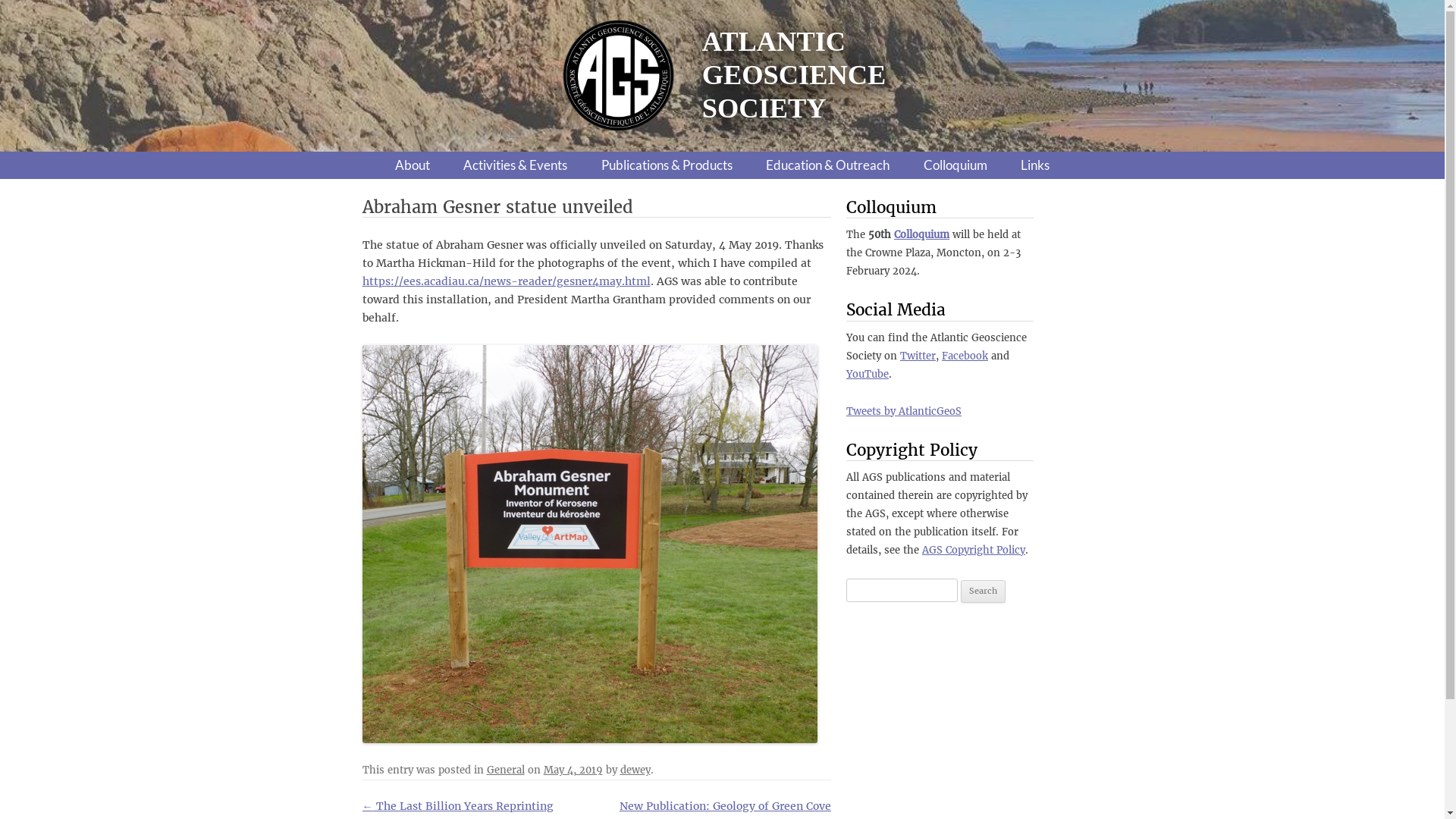 The height and width of the screenshot is (819, 1456). Describe the element at coordinates (506, 770) in the screenshot. I see `'General'` at that location.